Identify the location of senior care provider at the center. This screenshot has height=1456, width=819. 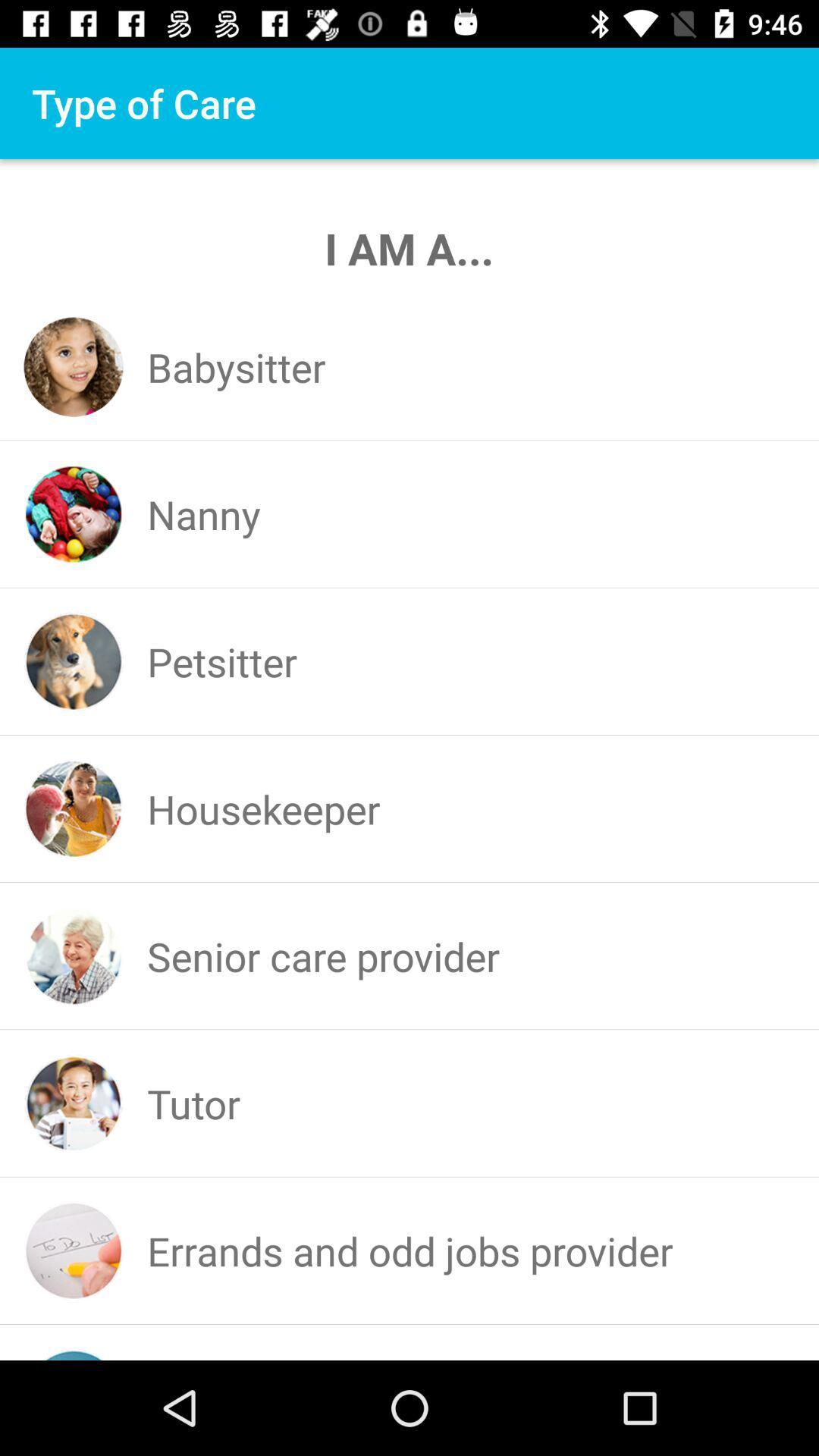
(322, 955).